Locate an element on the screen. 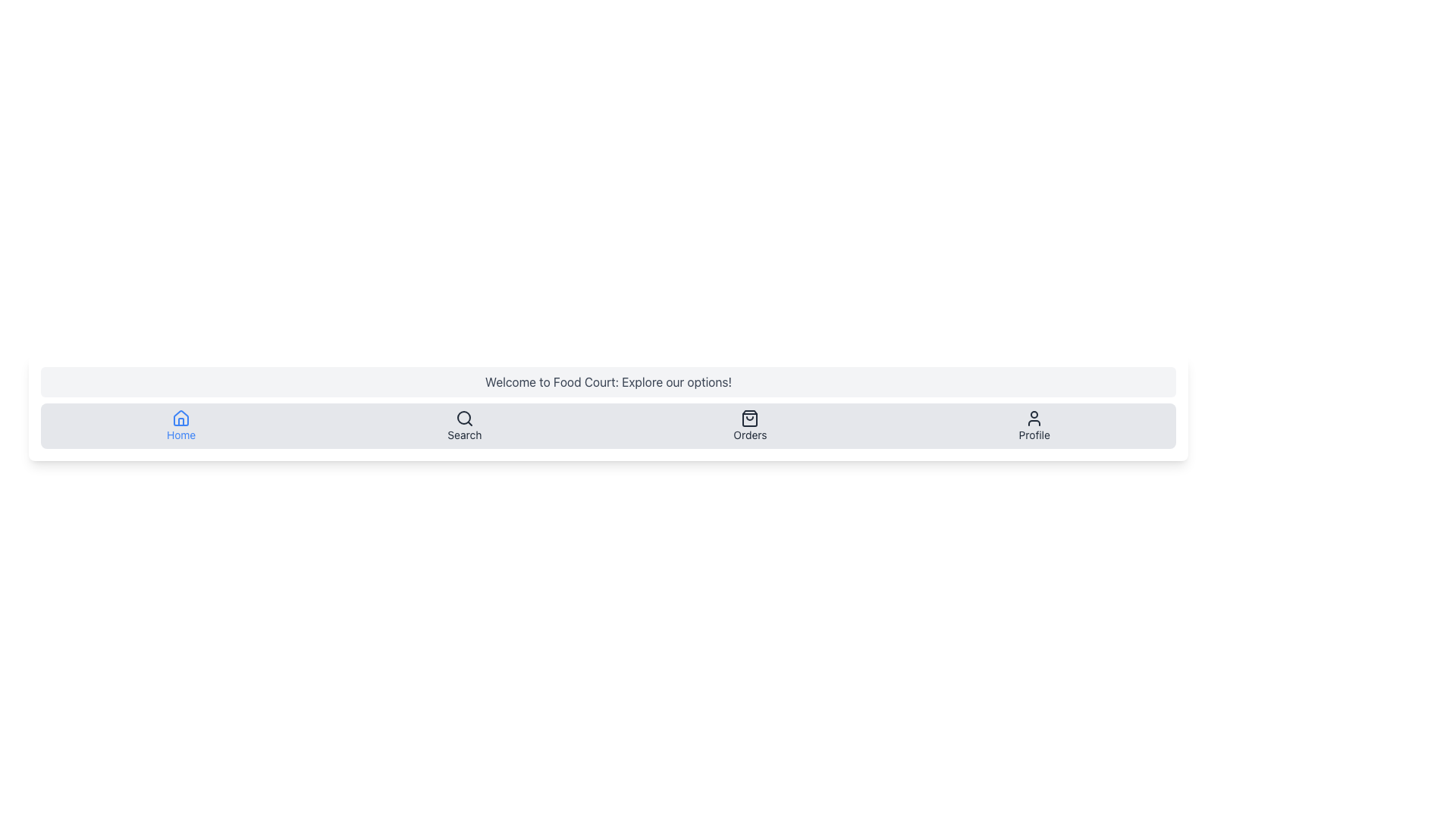  the circular lens component of the search icon located in the bottom navigation bar, positioned between the Home icon and the Orders icon is located at coordinates (463, 418).